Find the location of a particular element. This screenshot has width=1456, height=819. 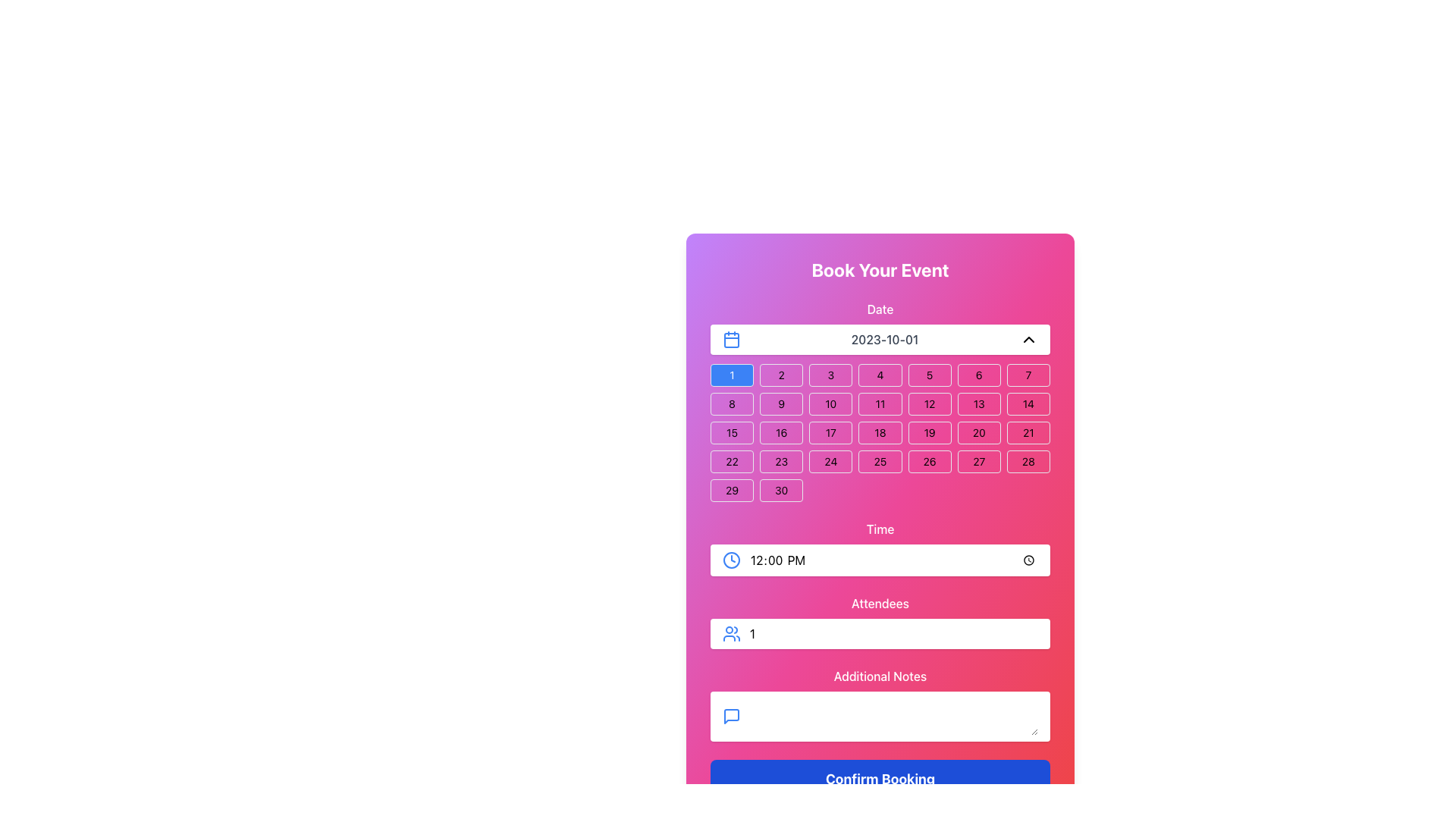

the calendar icon located on the leftmost side of the widget, which is positioned below the 'Date' label is located at coordinates (731, 338).